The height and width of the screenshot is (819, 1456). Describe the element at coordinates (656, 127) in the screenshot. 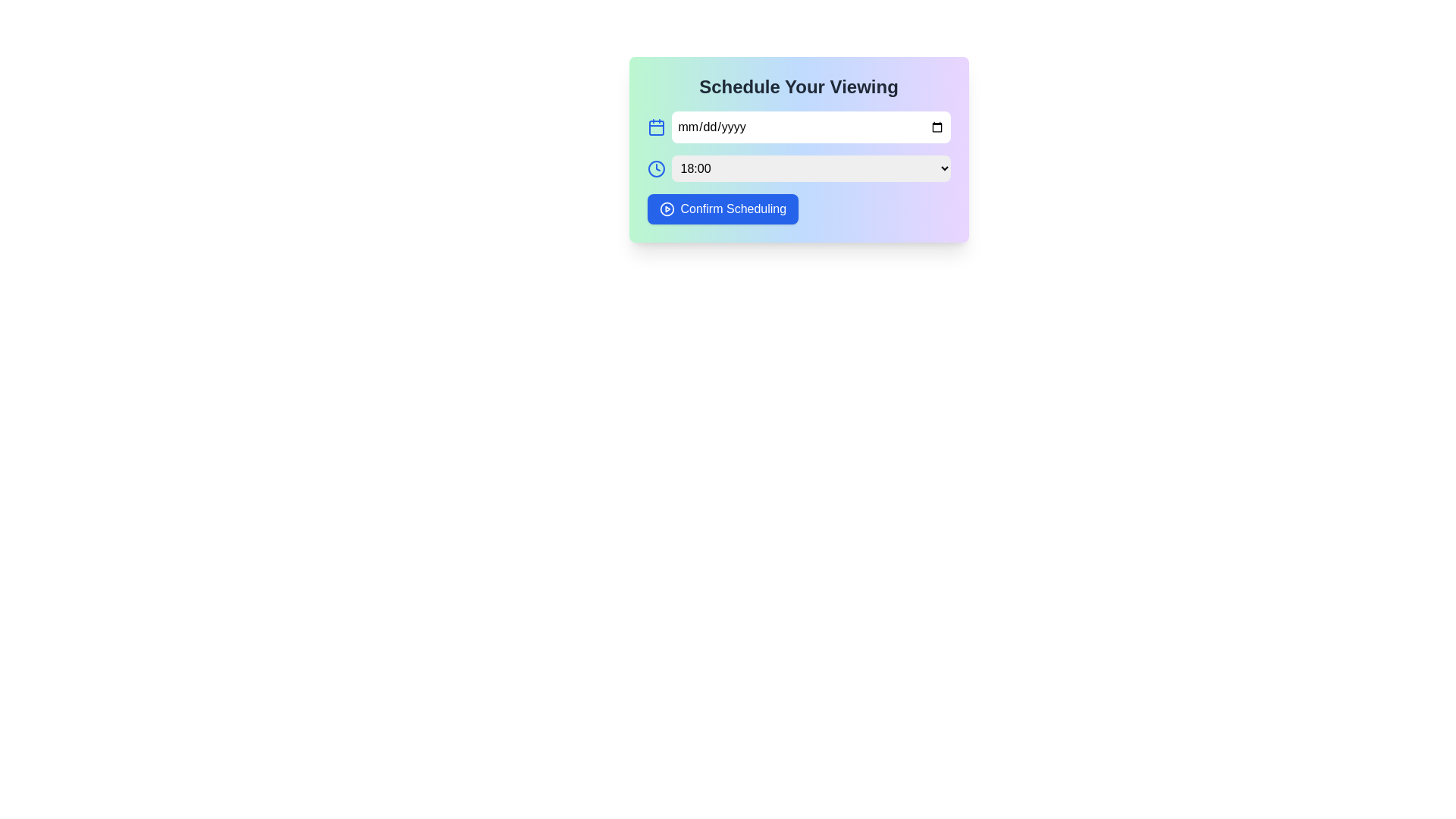

I see `the small blue rectangular element that is part of the calendar icon, located within the decorative background on the left side of the first input field` at that location.